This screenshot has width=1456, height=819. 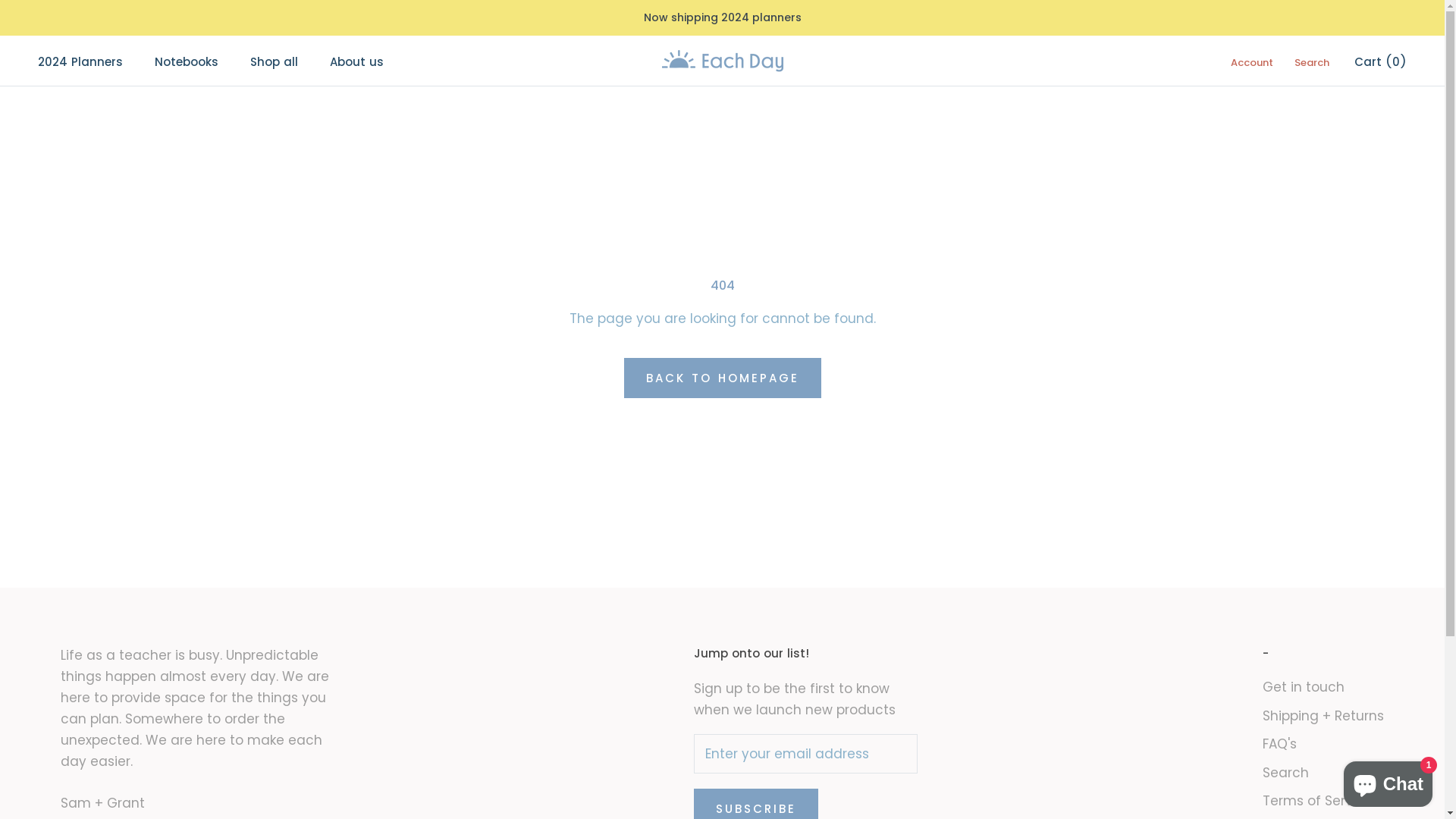 What do you see at coordinates (356, 61) in the screenshot?
I see `'About us` at bounding box center [356, 61].